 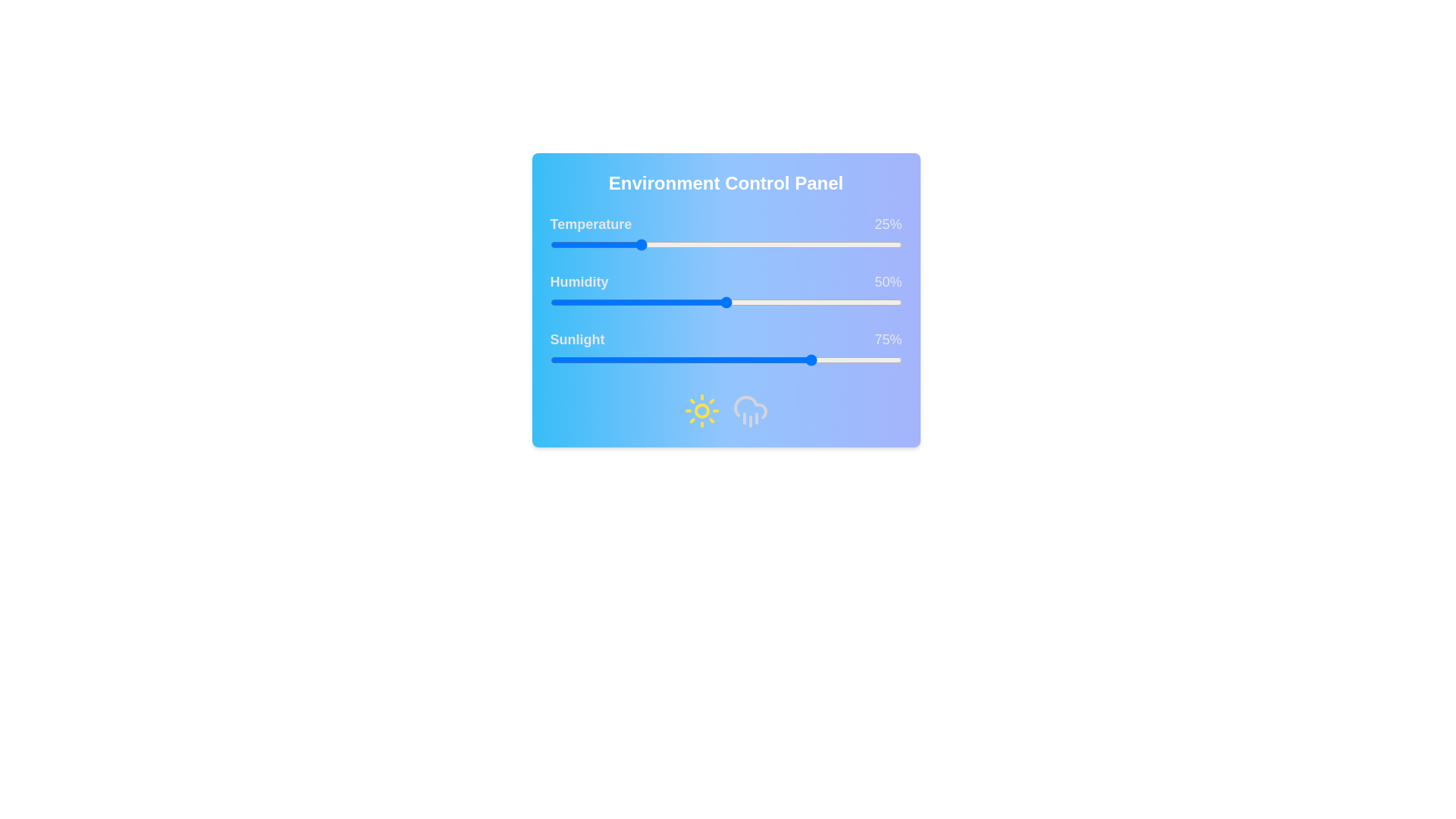 What do you see at coordinates (701, 411) in the screenshot?
I see `the Sun icon to toggle its state` at bounding box center [701, 411].